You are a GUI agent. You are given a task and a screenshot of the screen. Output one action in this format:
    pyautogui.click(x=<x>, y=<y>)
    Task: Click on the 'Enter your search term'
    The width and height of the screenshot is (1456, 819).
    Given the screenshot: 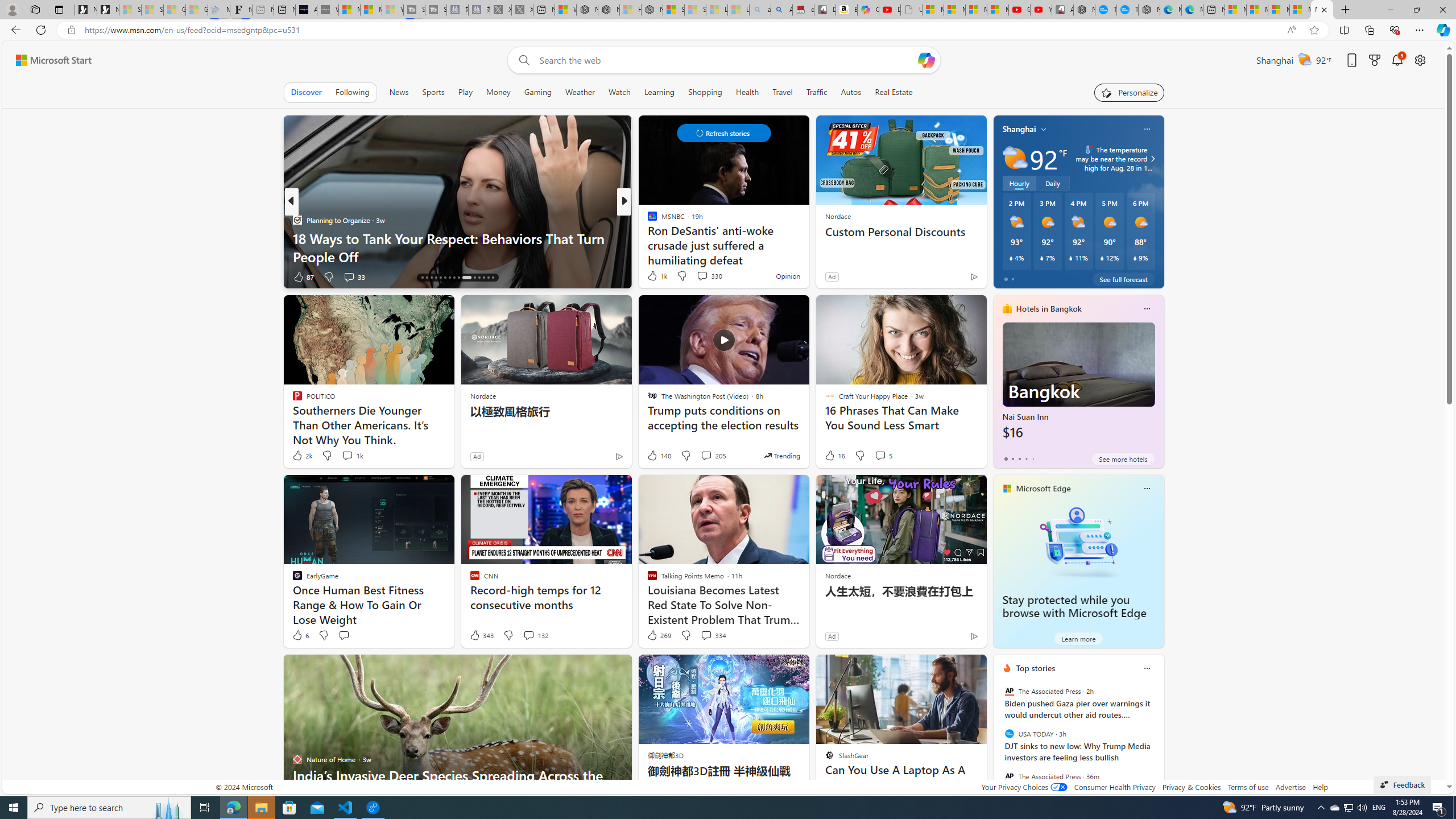 What is the action you would take?
    pyautogui.click(x=726, y=59)
    